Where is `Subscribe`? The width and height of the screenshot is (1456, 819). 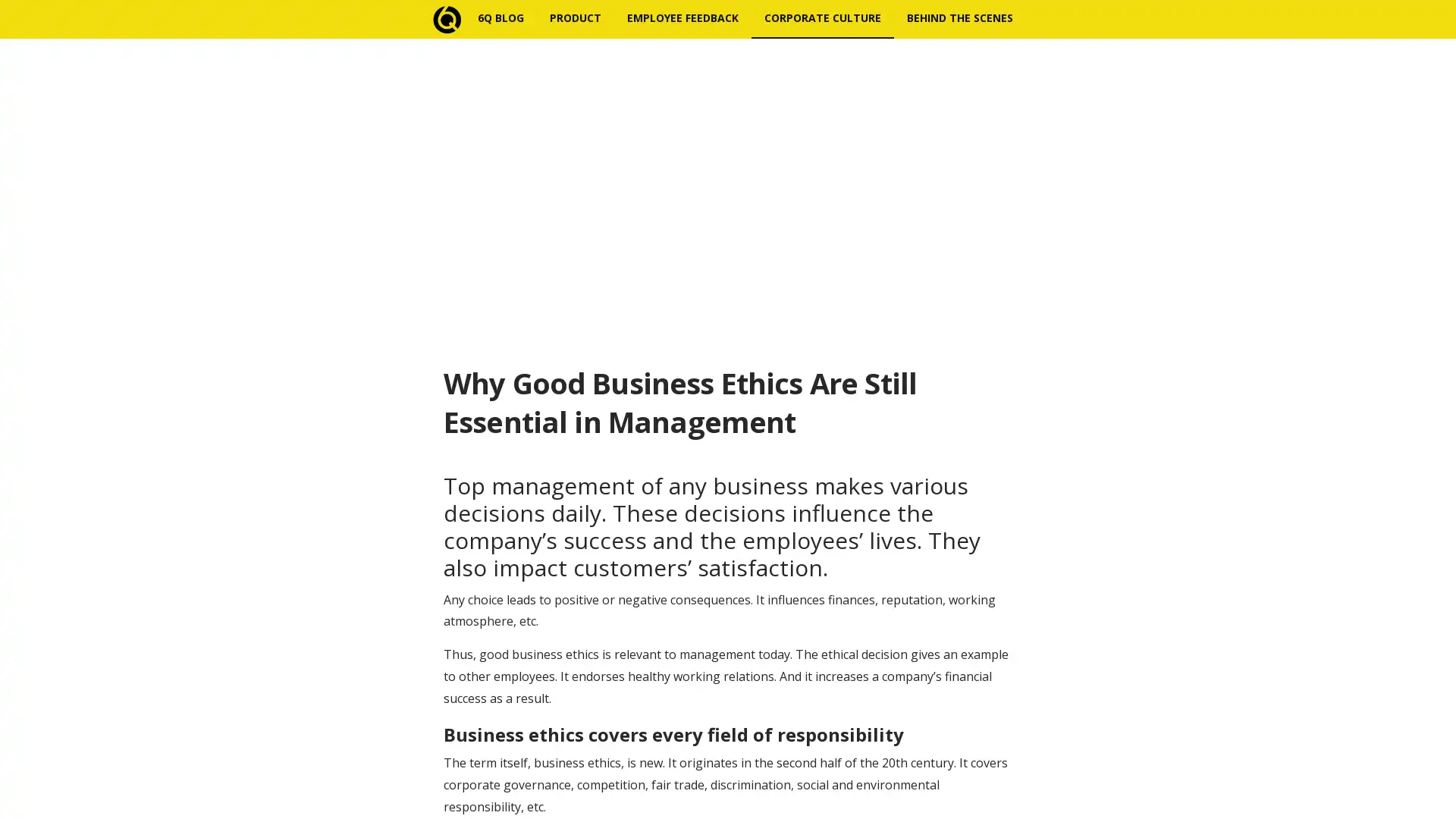
Subscribe is located at coordinates (895, 797).